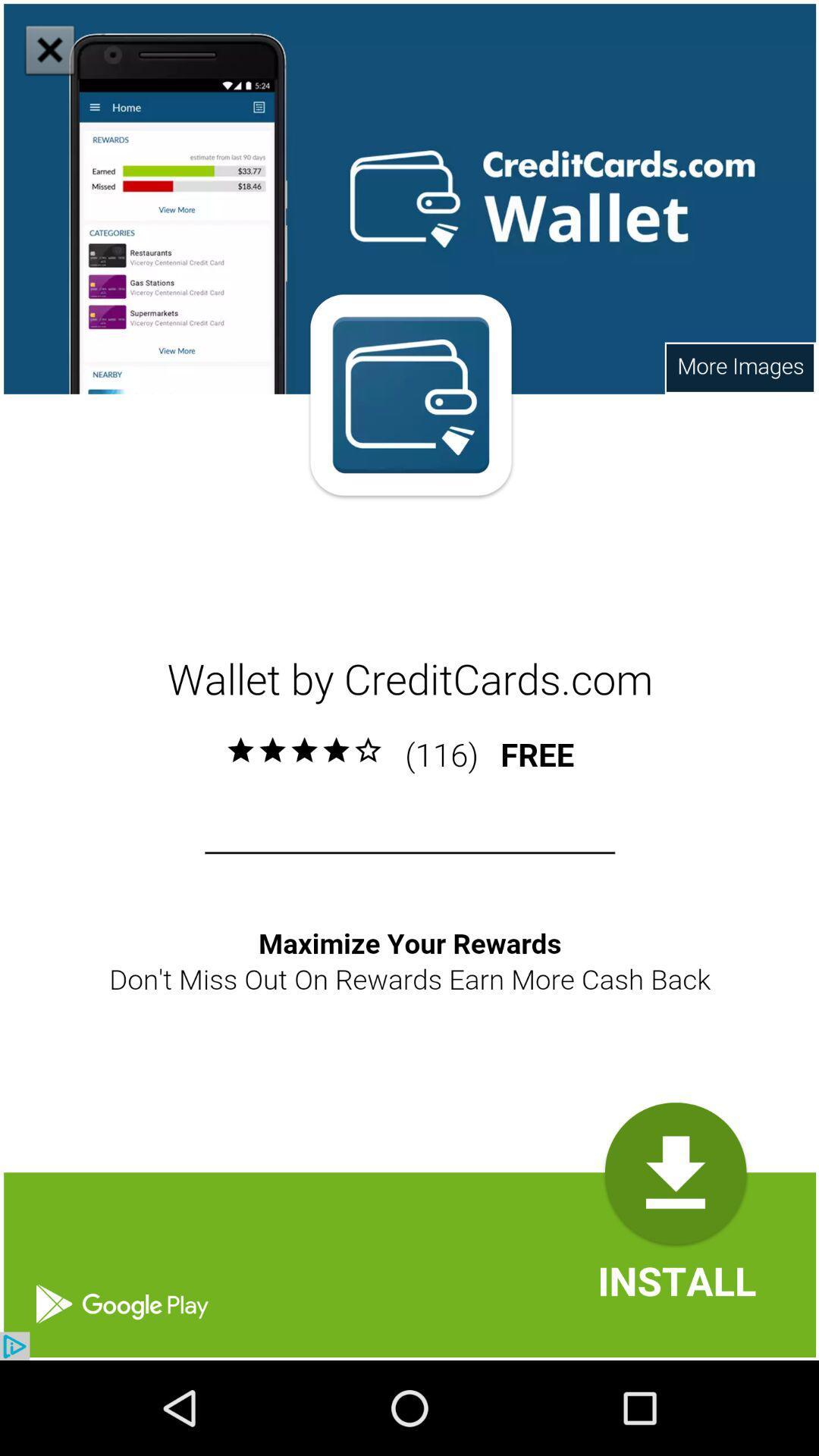  Describe the element at coordinates (49, 53) in the screenshot. I see `the close icon` at that location.